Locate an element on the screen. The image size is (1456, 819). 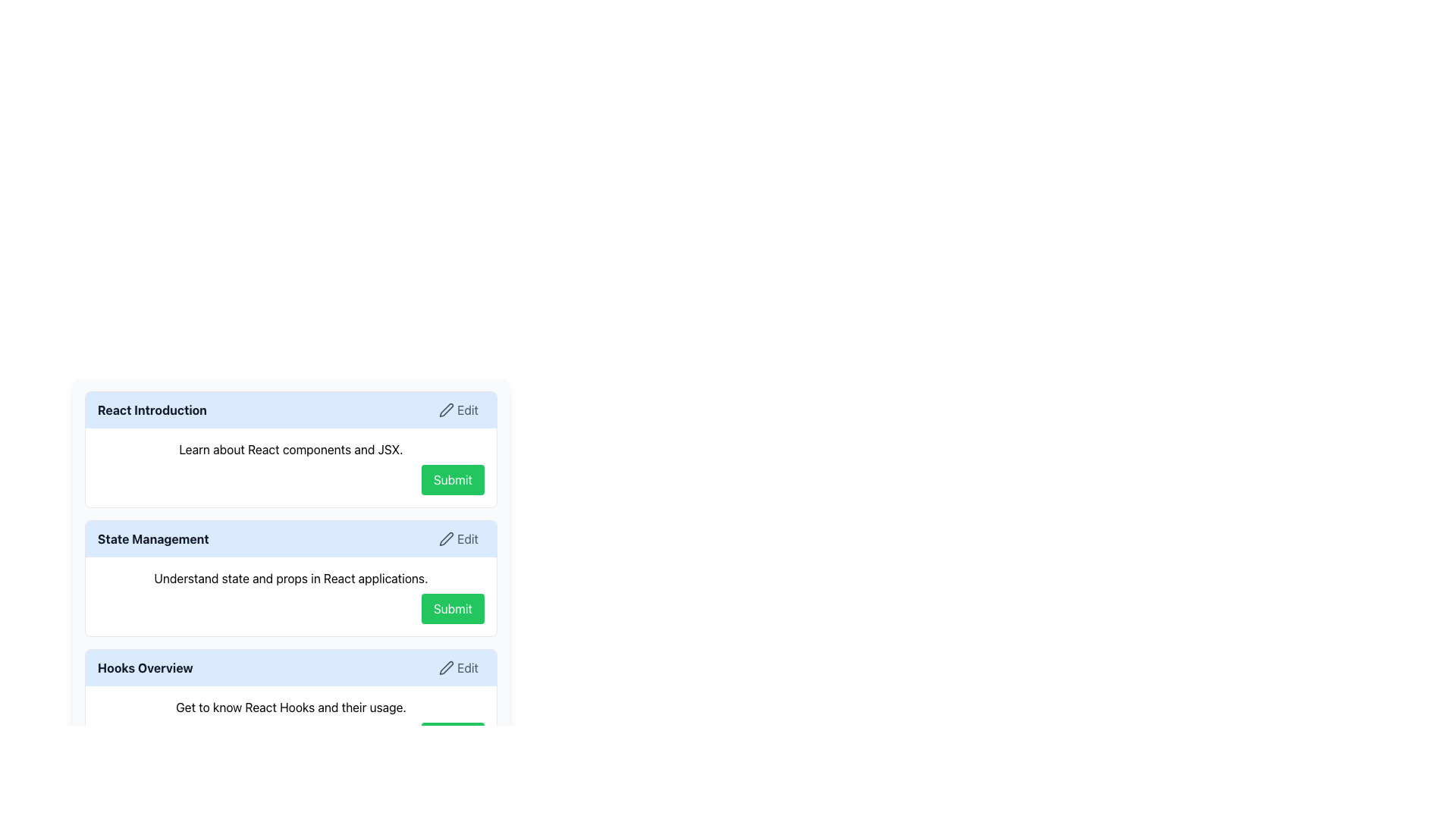
the submission button located in the 'State Management' section of the form is located at coordinates (451, 607).